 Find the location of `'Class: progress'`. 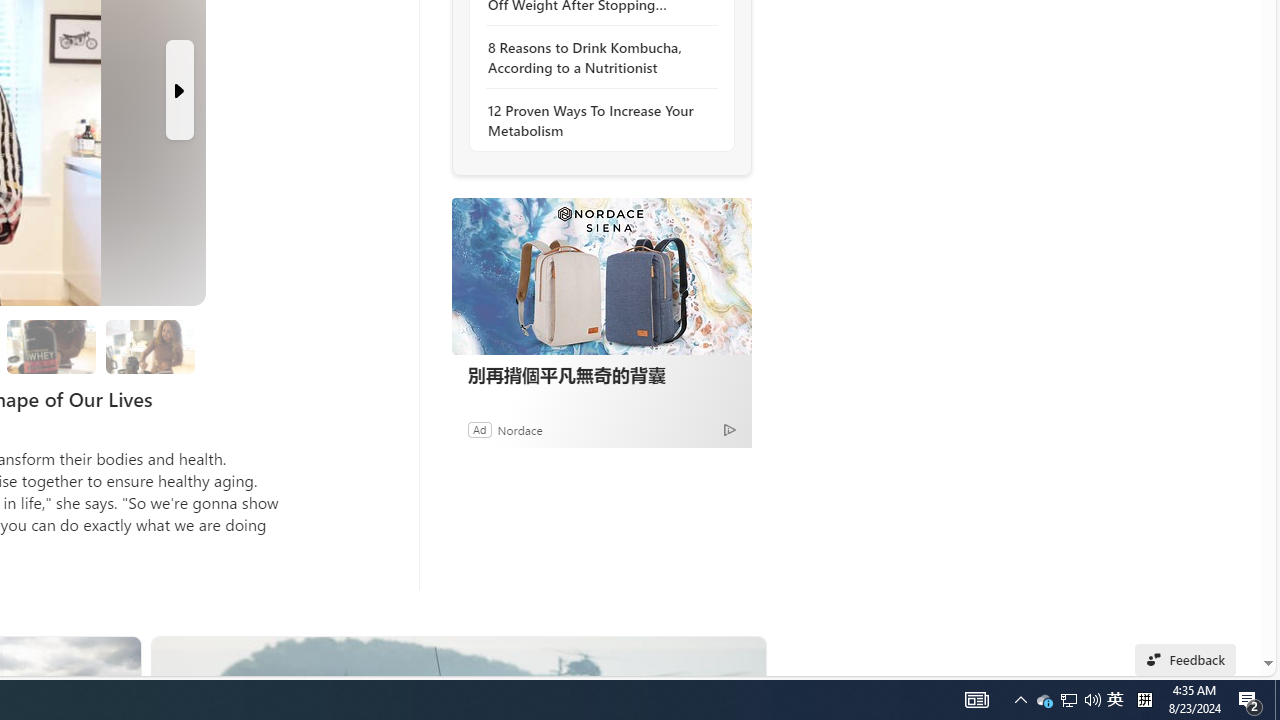

'Class: progress' is located at coordinates (149, 342).